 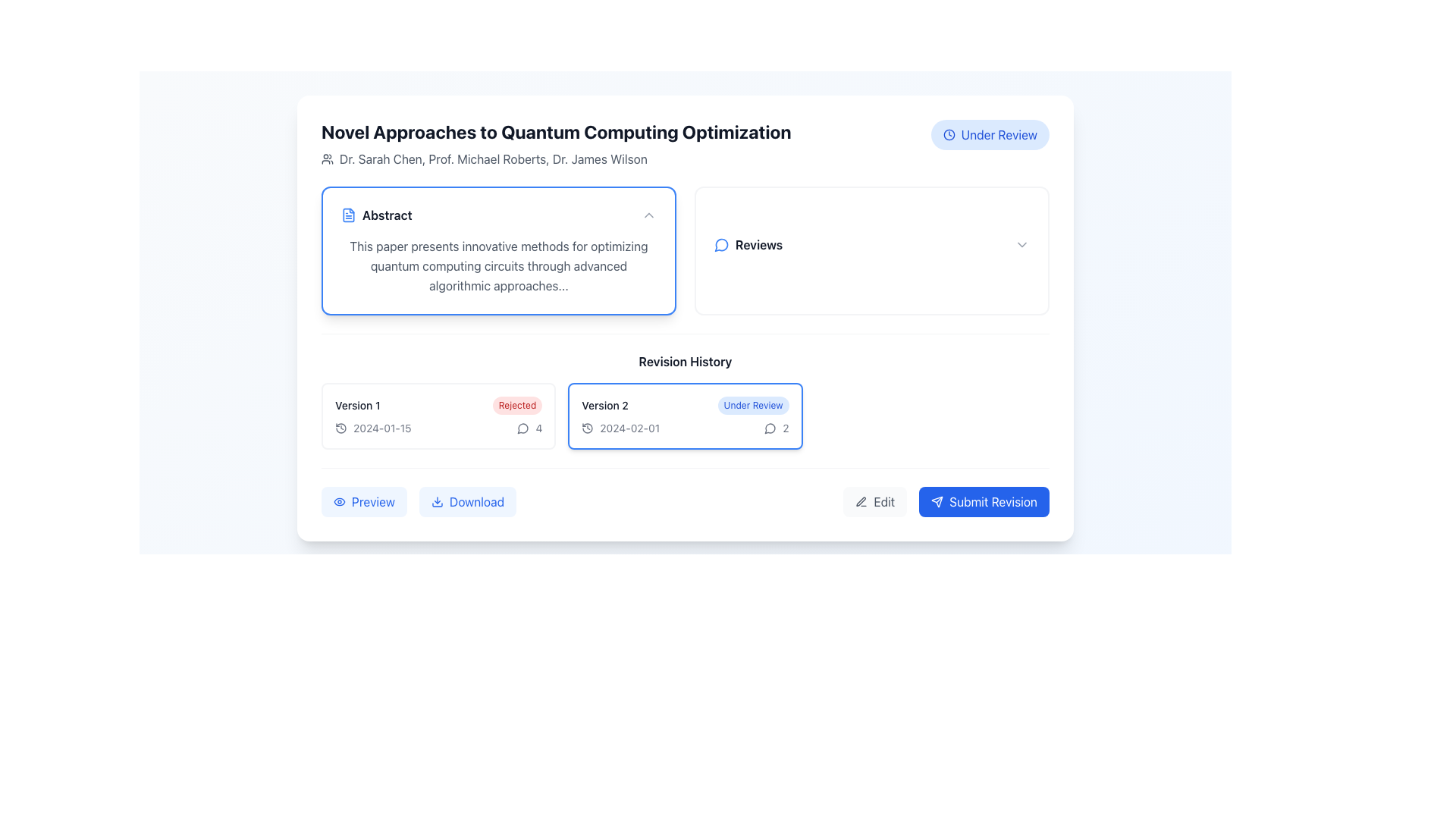 I want to click on the icon-based toggle switch located to the right of the 'Abstract' label, so click(x=648, y=215).